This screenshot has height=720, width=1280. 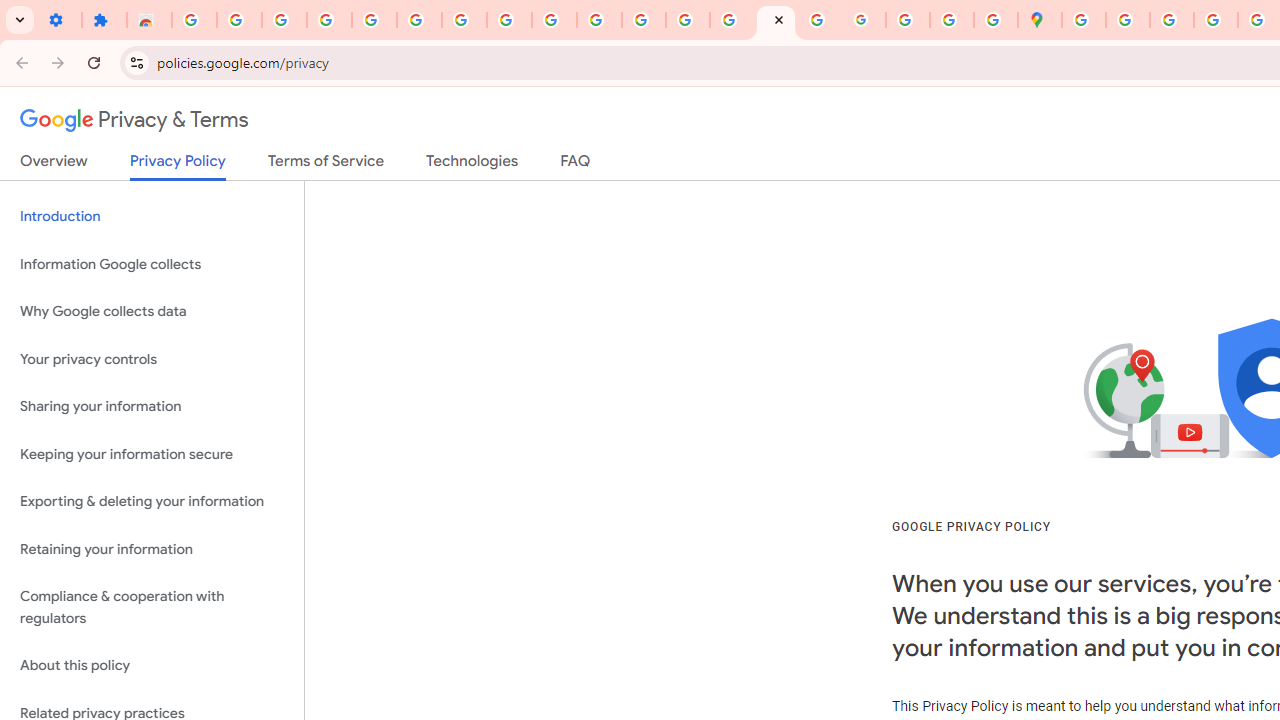 I want to click on 'Settings - On startup', so click(x=59, y=20).